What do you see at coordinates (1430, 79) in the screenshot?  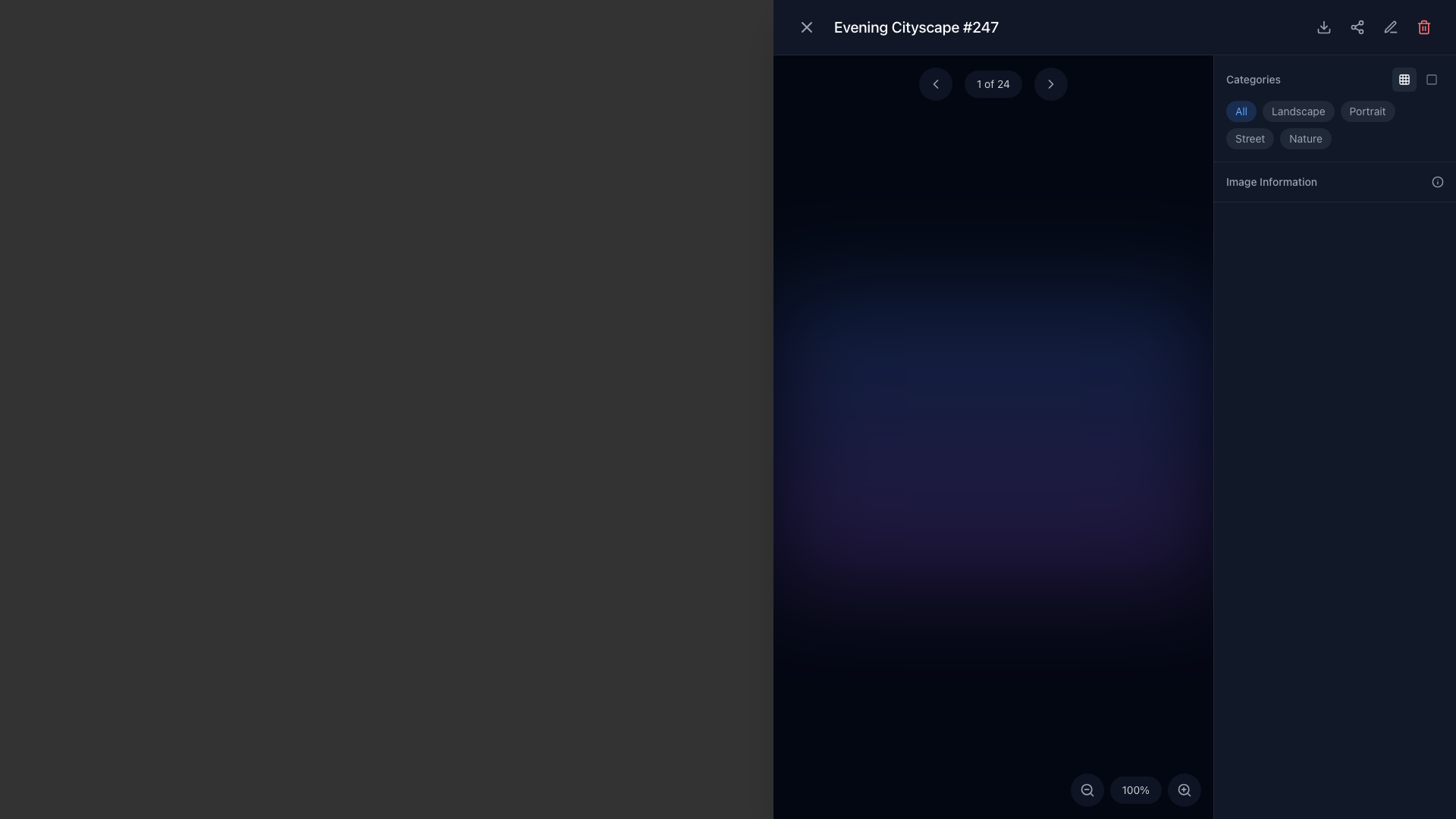 I see `the small square button with rounded corners located in the top-right corner of the interface, adjacent to a grid icon, which changes background color and icon color on hover` at bounding box center [1430, 79].